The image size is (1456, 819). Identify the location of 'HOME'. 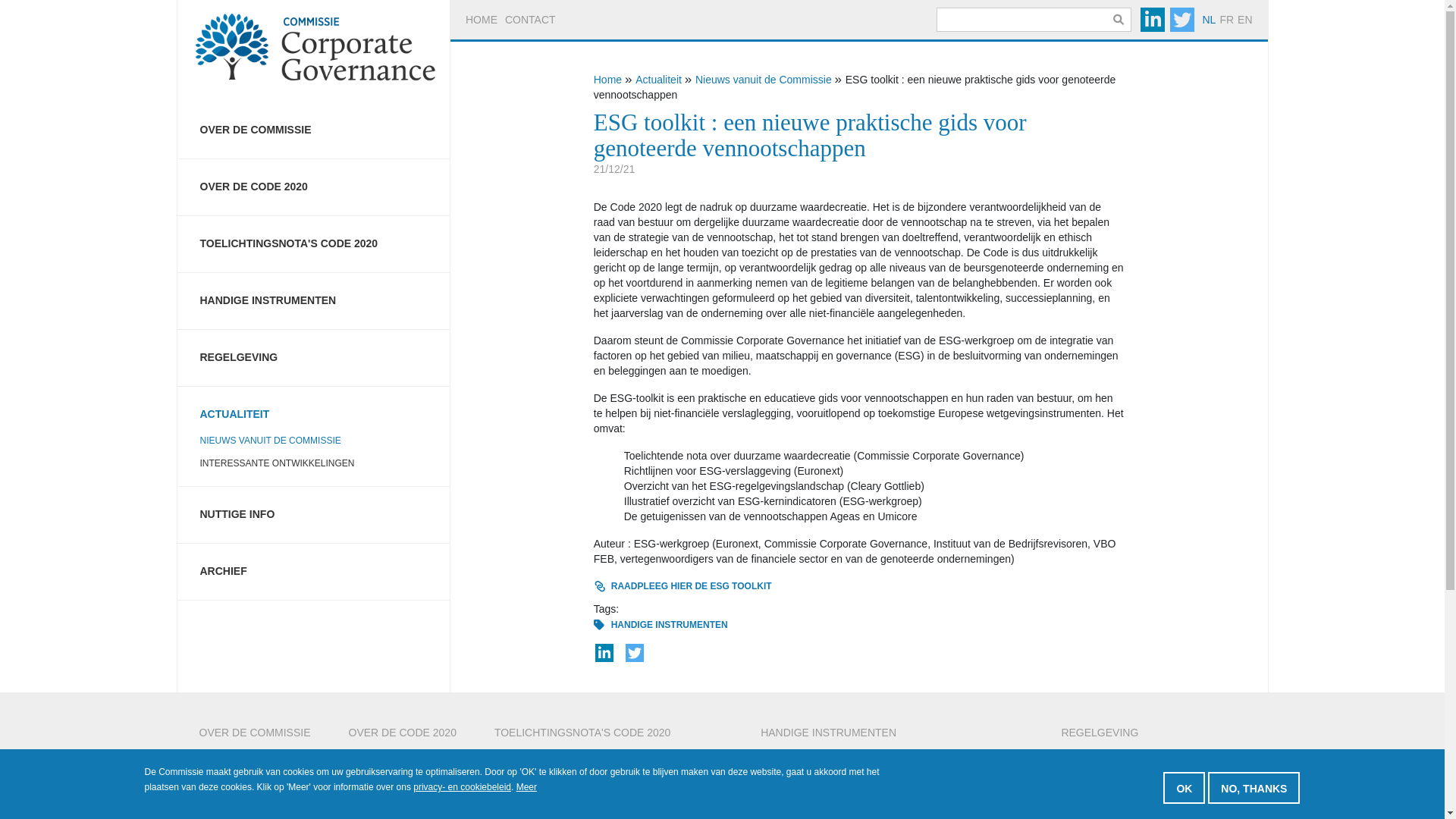
(480, 20).